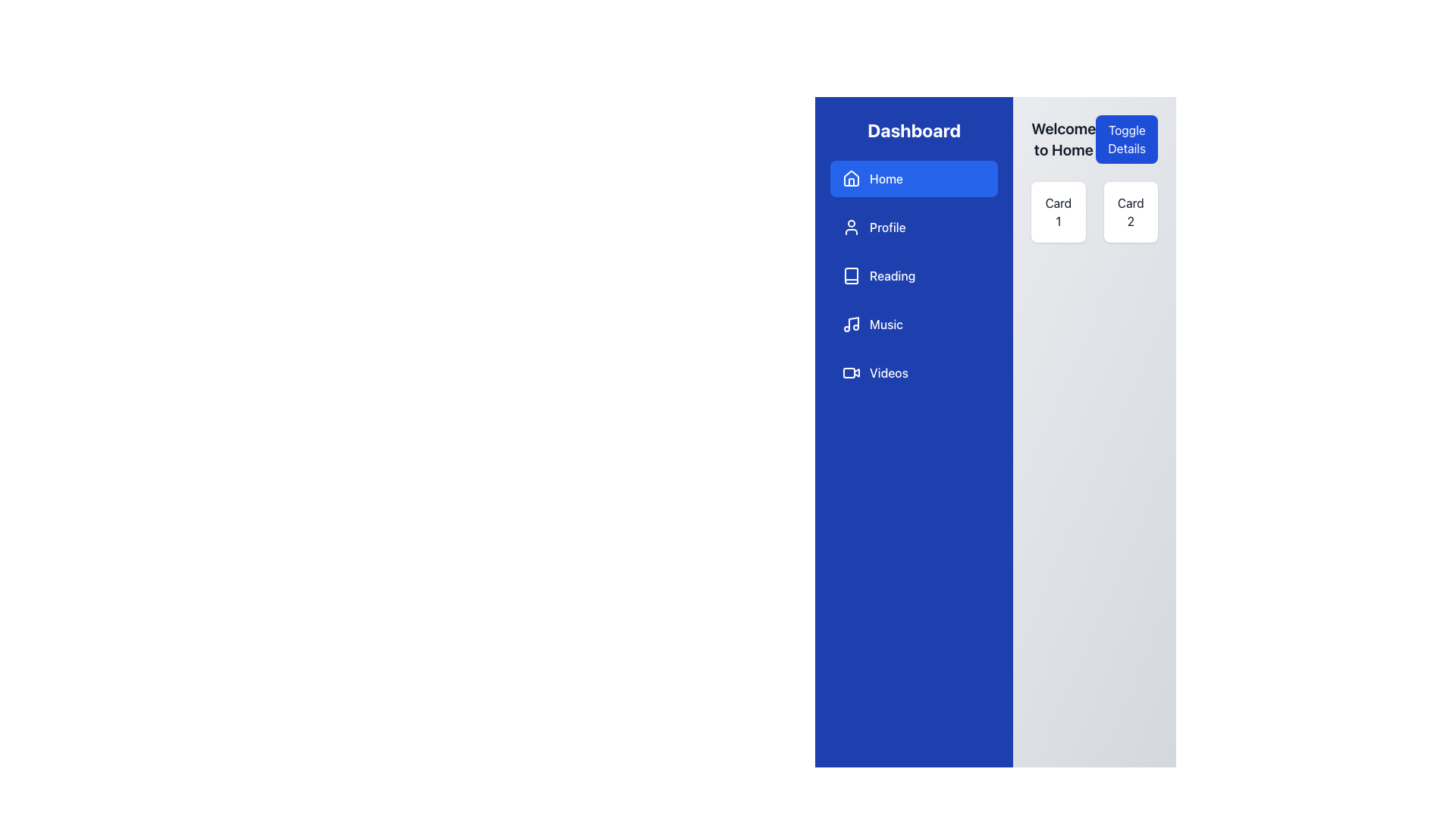 The image size is (1456, 819). I want to click on the 'Videos' menu item located as the fifth item in the sidebar navigation menu, so click(913, 373).